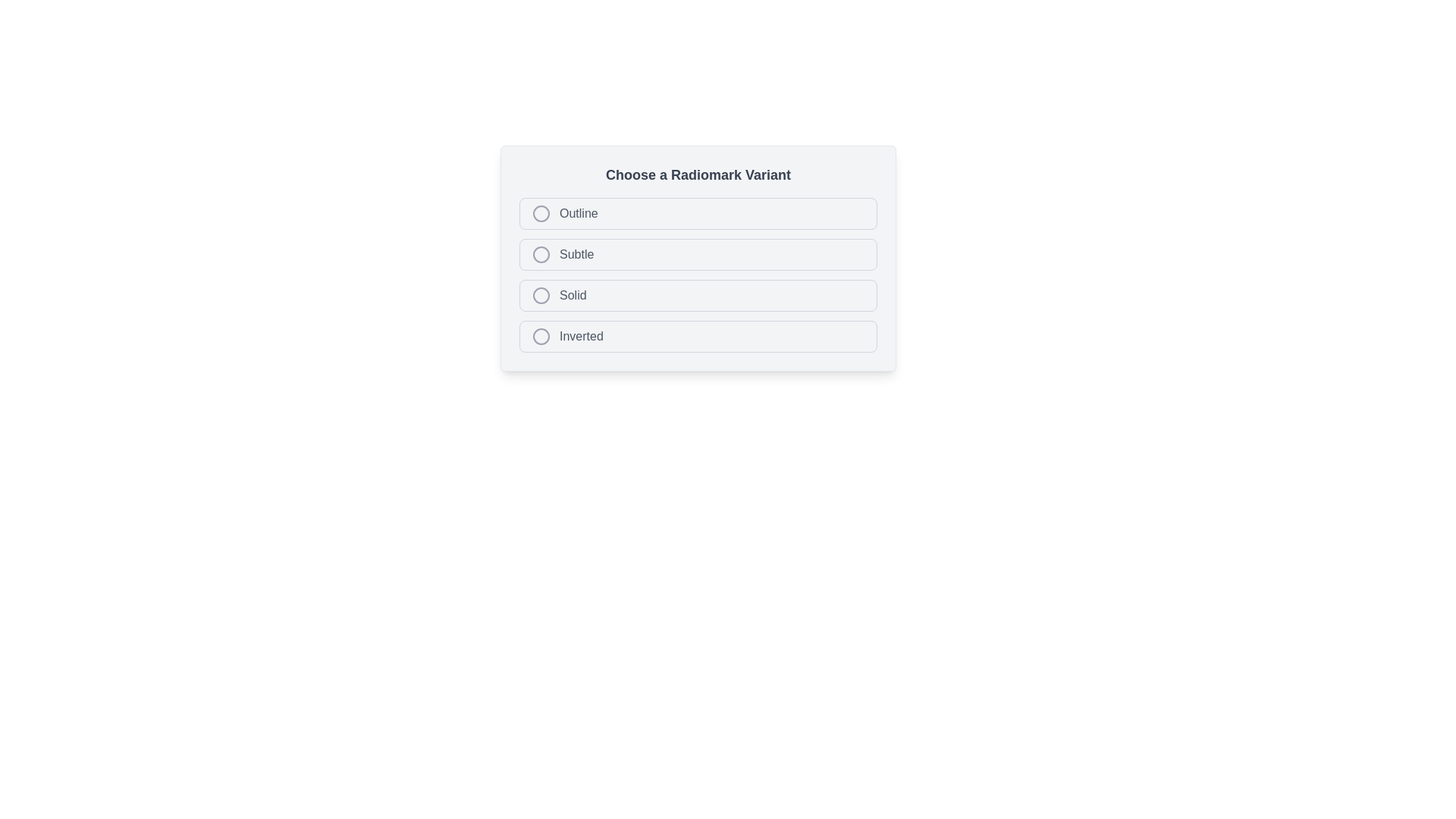  I want to click on first selectable button labeled 'Outline' which has rounded borders and light gray text, positioned at the top of a vertical list of radio button options, so click(698, 213).